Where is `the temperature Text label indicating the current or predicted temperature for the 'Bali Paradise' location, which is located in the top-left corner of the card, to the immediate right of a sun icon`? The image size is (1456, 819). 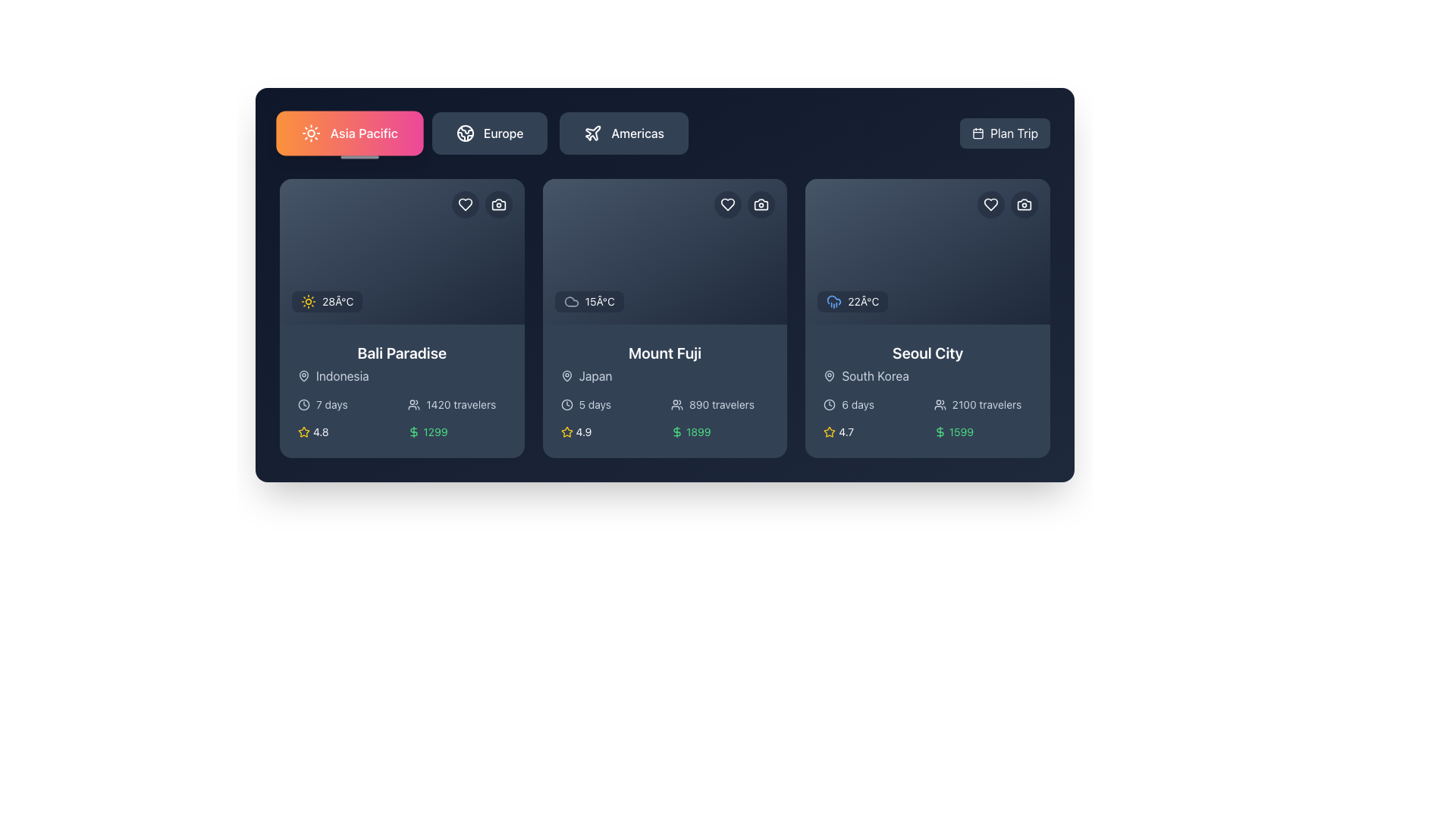
the temperature Text label indicating the current or predicted temperature for the 'Bali Paradise' location, which is located in the top-left corner of the card, to the immediate right of a sun icon is located at coordinates (337, 301).